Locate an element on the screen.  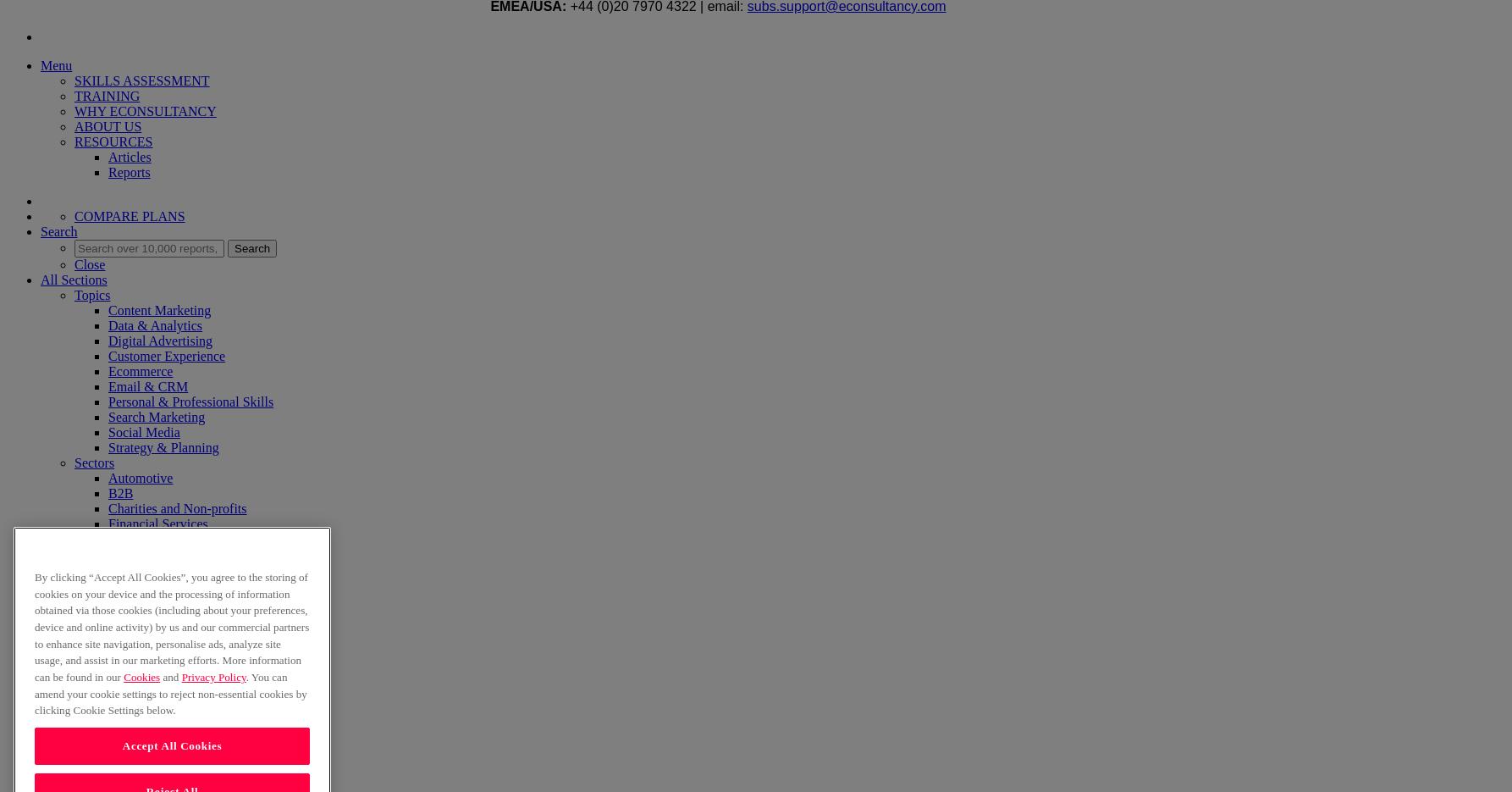
'Ecommerce' is located at coordinates (108, 370).